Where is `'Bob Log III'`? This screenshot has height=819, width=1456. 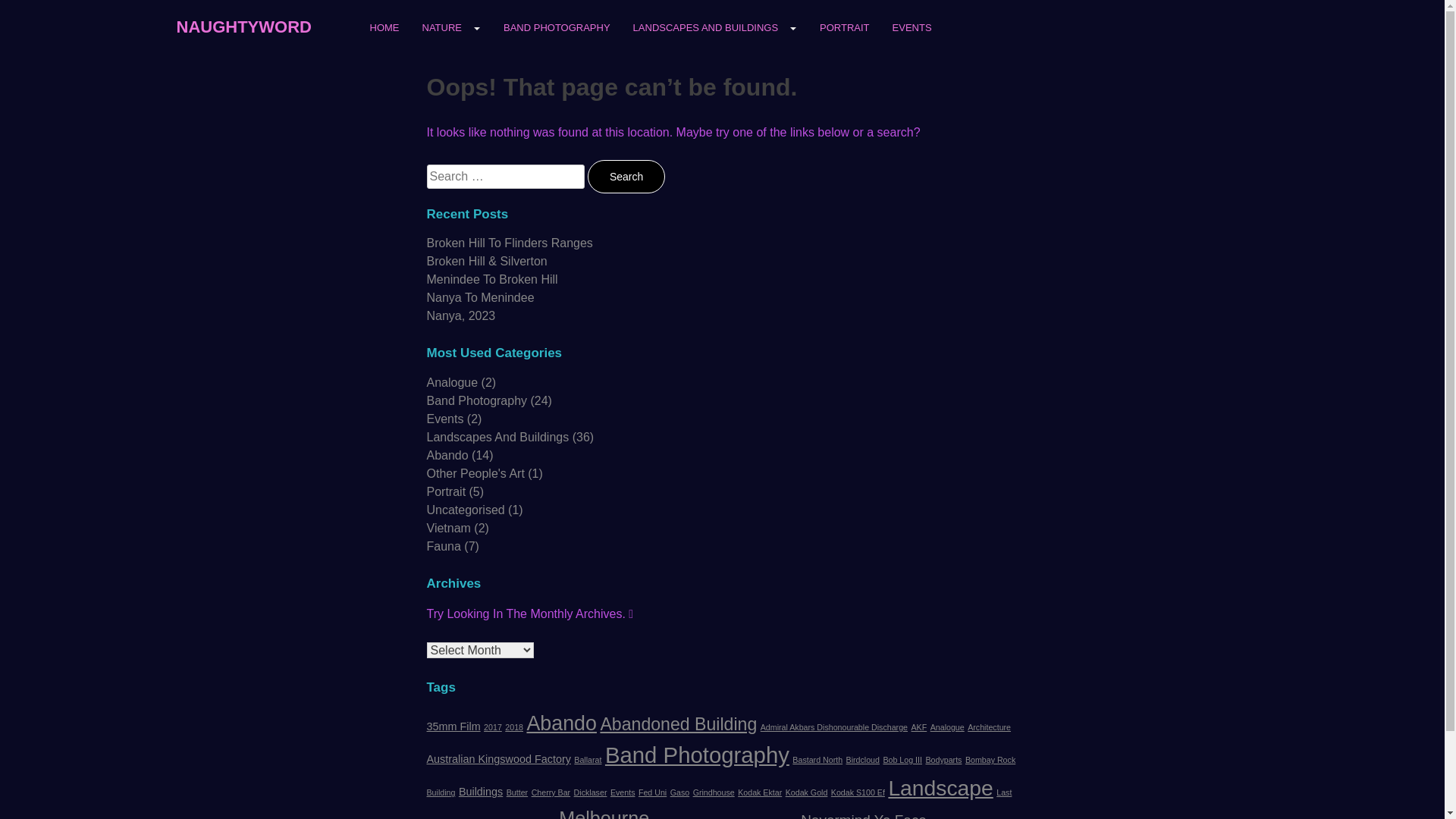
'Bob Log III' is located at coordinates (902, 760).